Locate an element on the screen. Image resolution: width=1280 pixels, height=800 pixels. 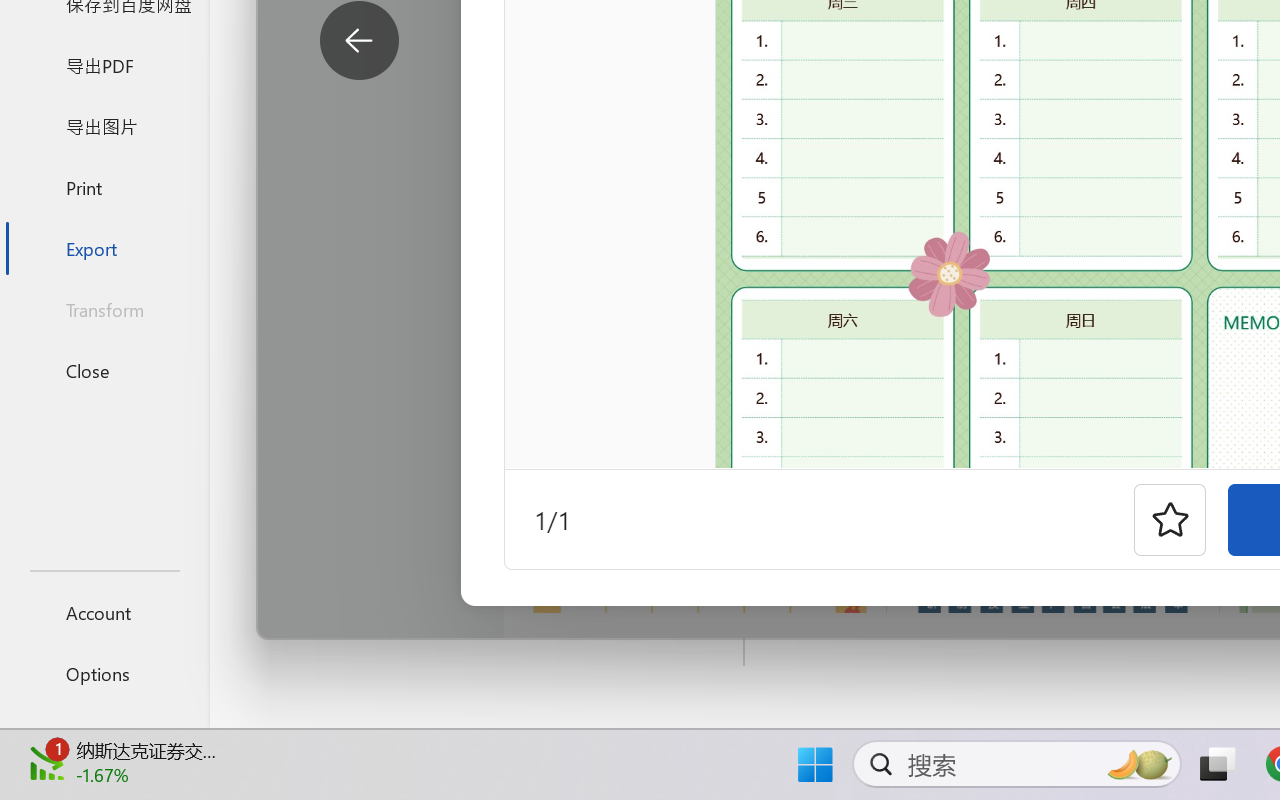
'Export' is located at coordinates (103, 247).